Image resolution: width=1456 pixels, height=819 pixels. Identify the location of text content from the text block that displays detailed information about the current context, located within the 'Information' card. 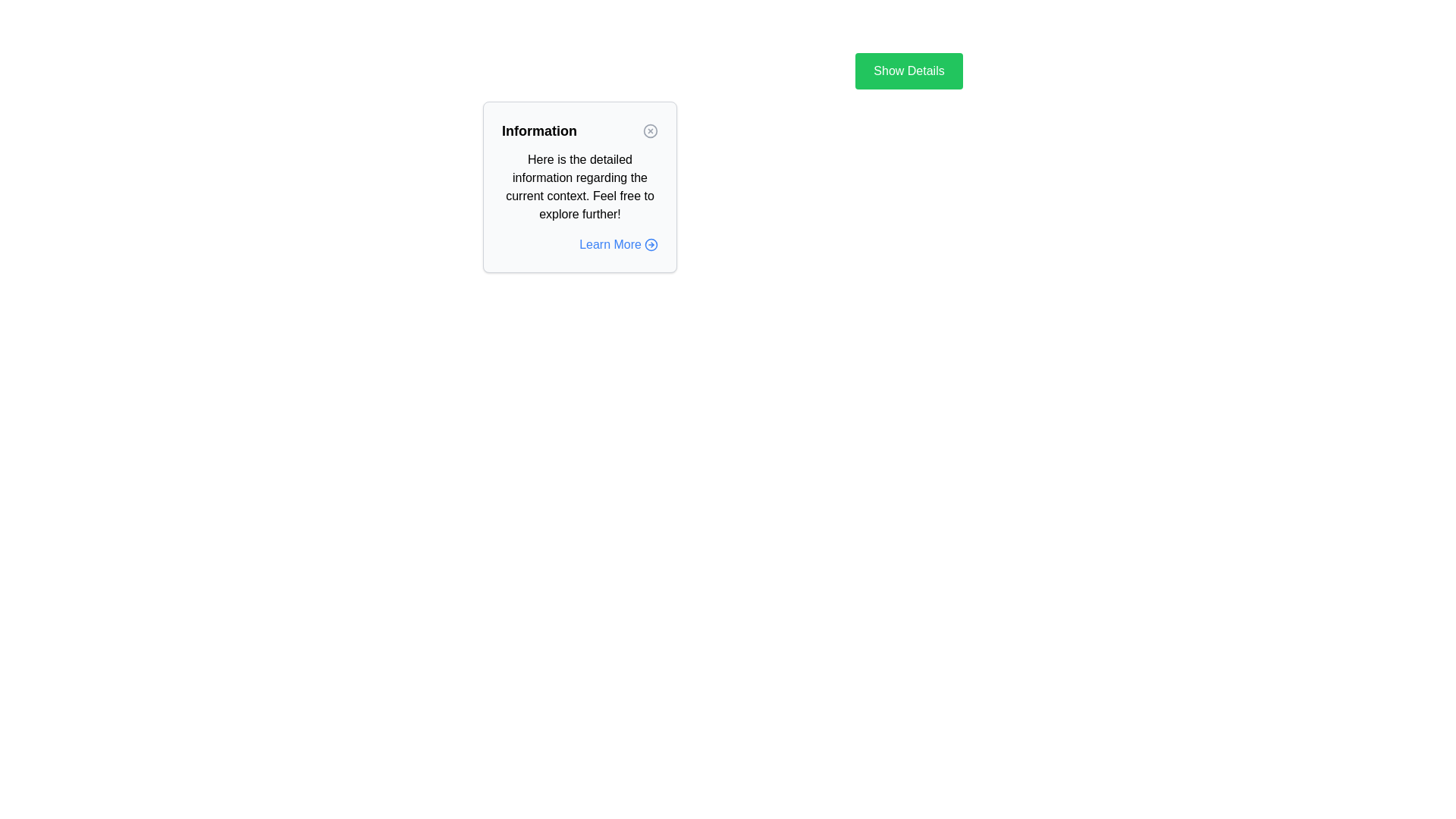
(579, 186).